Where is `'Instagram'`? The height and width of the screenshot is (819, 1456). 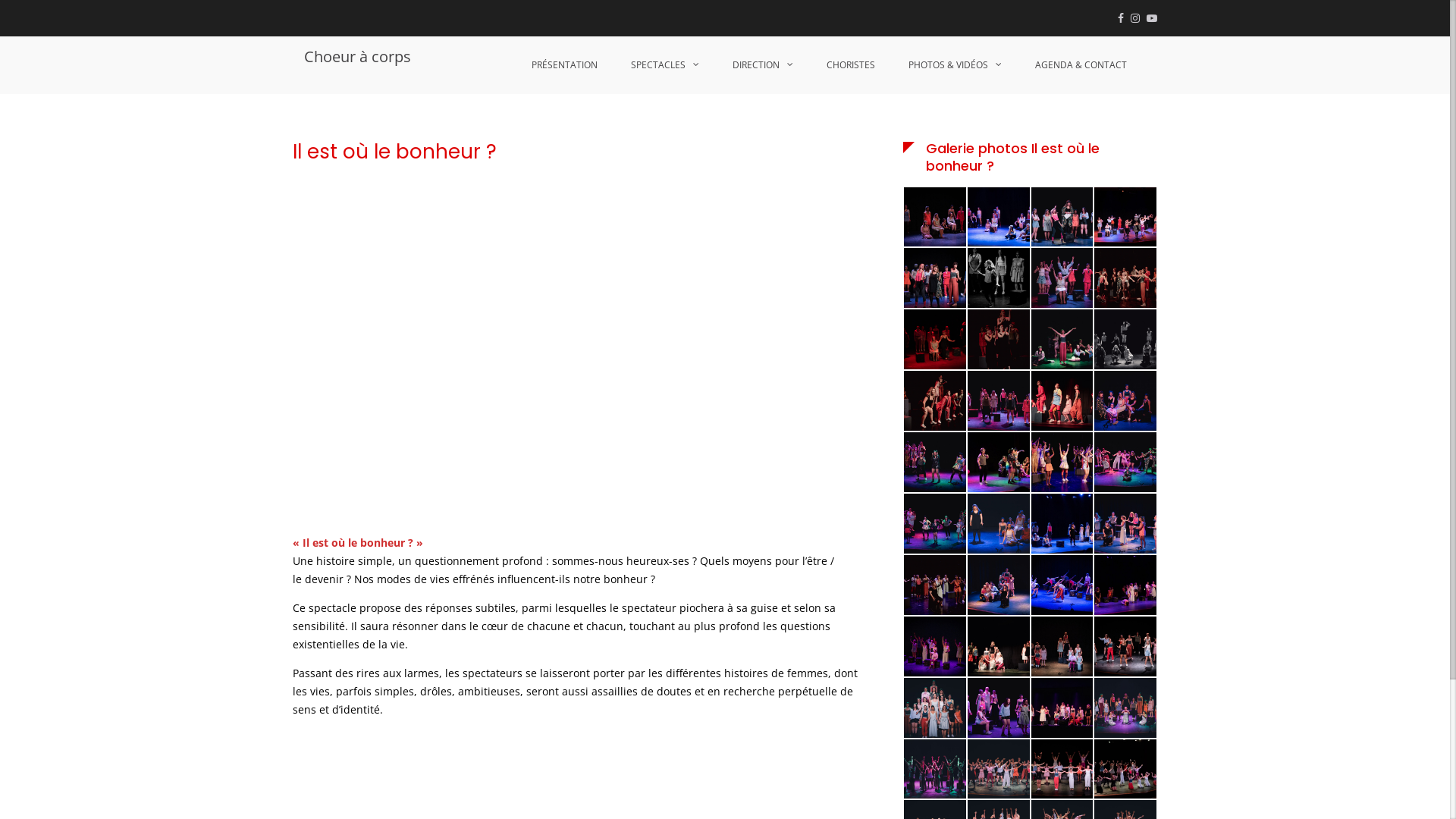 'Instagram' is located at coordinates (1135, 17).